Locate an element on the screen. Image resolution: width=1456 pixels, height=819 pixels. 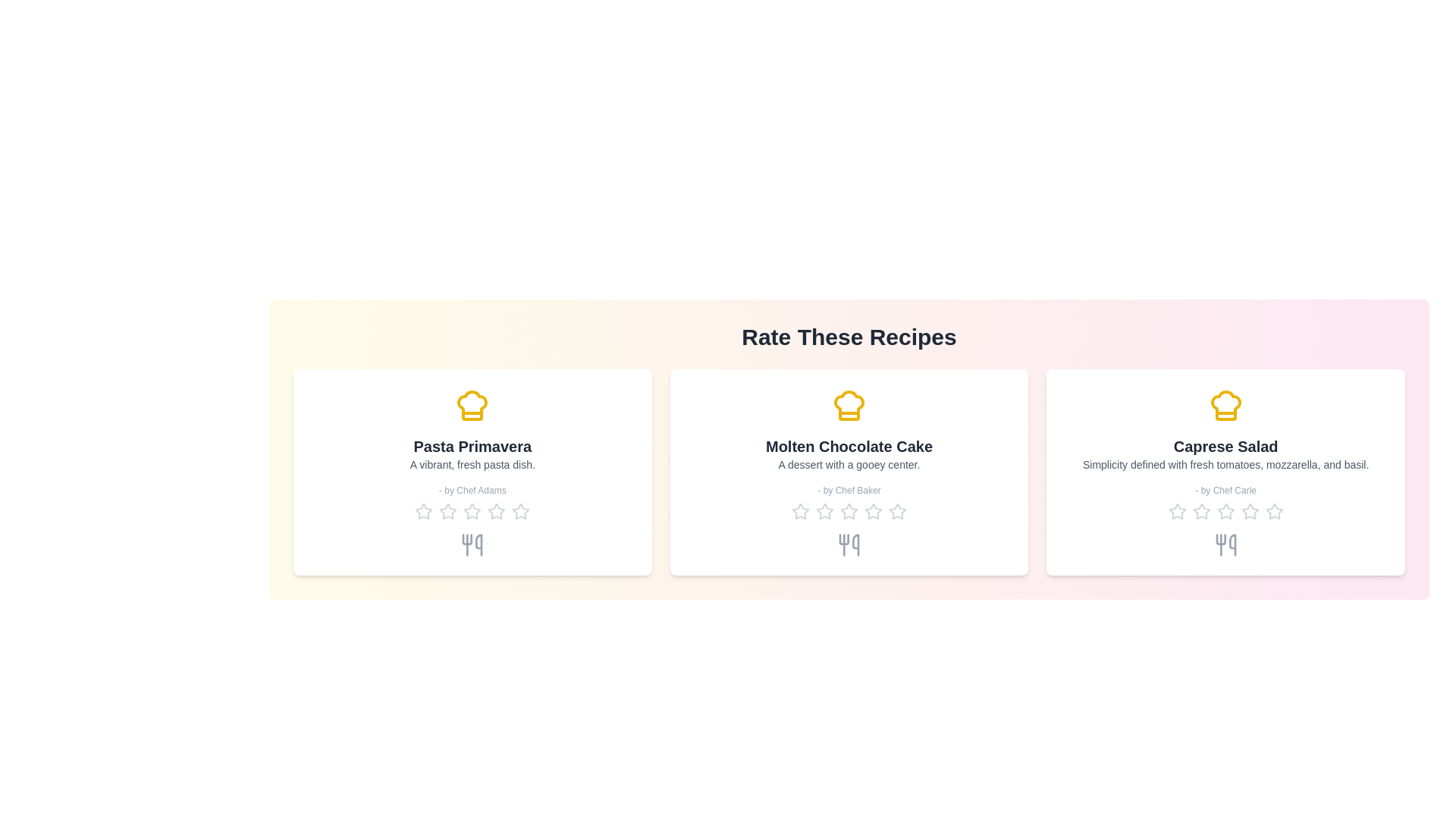
the Pasta Primavera recipe card to observe its hover effect is located at coordinates (472, 472).